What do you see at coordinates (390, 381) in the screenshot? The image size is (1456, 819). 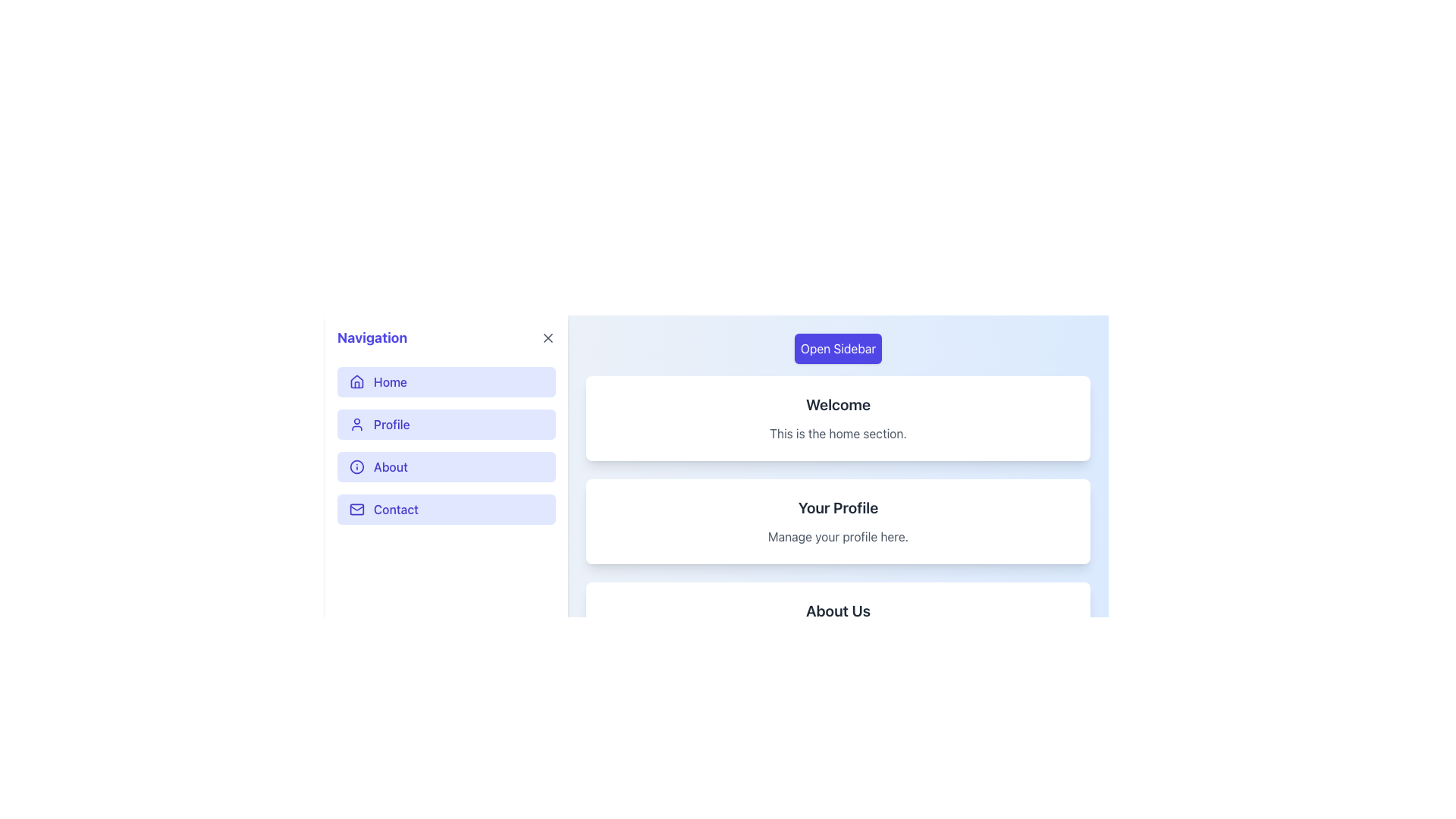 I see `the 'Home' navigation text label located at the top of the vertical navigation menu on the left-hand side` at bounding box center [390, 381].